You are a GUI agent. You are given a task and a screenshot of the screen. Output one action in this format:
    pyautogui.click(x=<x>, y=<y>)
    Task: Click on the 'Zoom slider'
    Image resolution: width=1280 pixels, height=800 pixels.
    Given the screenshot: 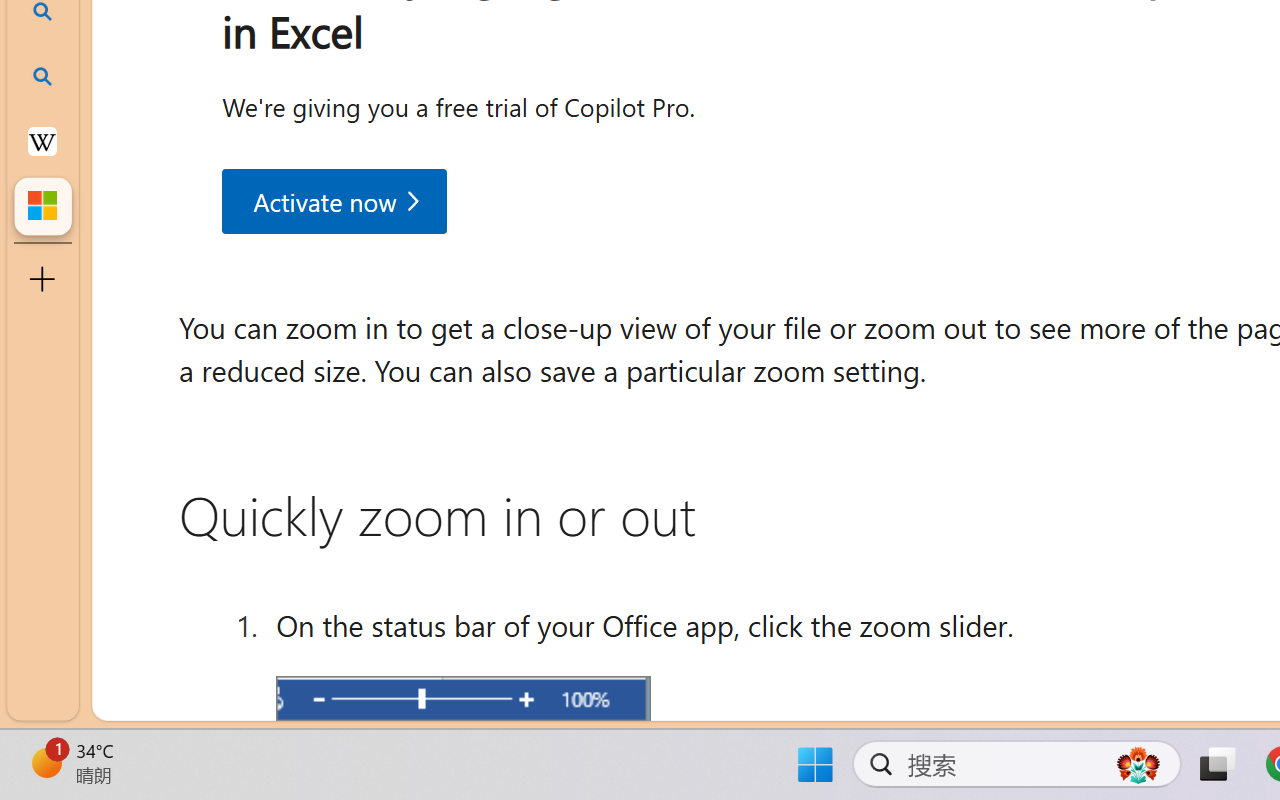 What is the action you would take?
    pyautogui.click(x=461, y=700)
    